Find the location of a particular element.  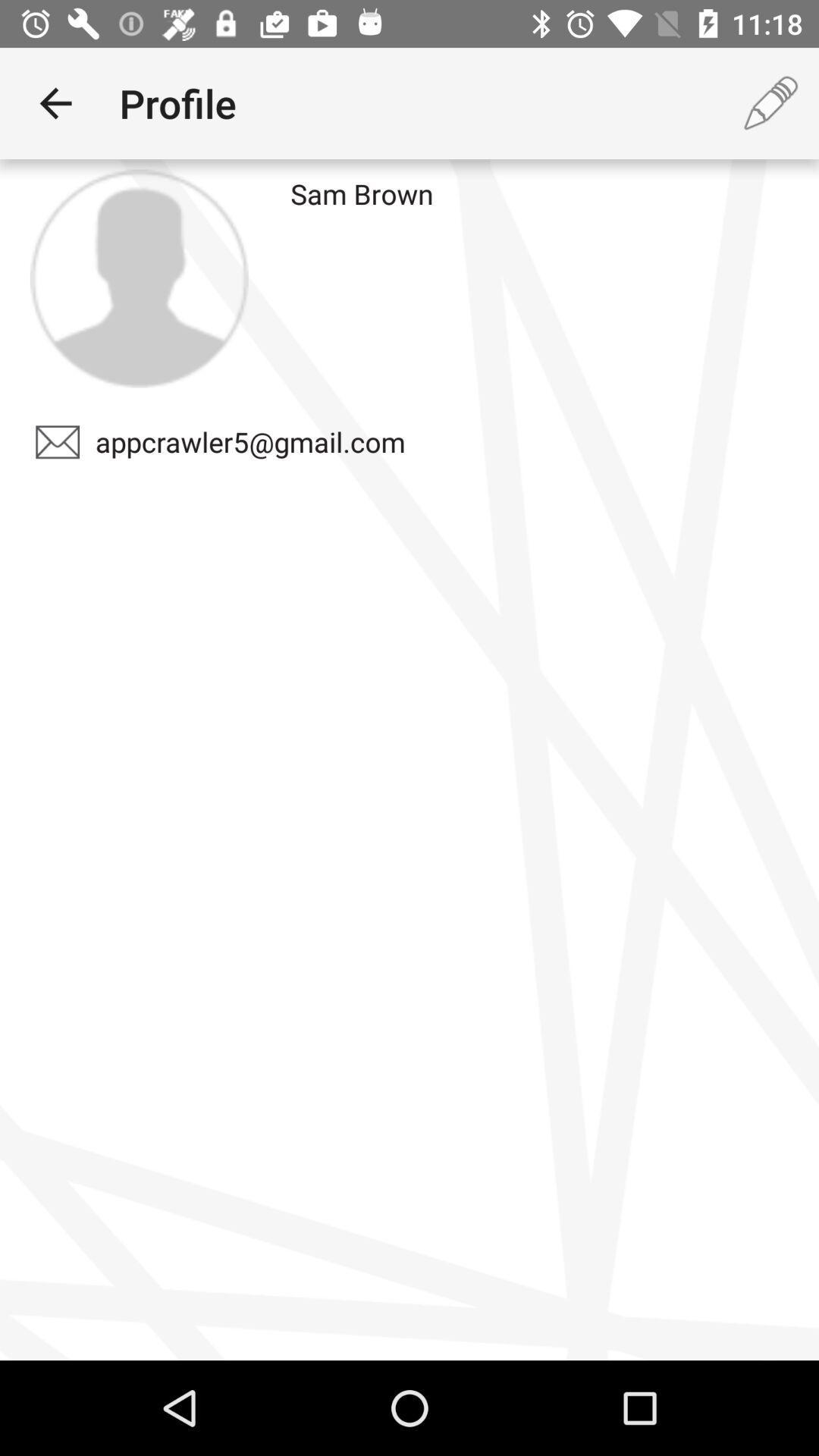

profile image is located at coordinates (139, 278).